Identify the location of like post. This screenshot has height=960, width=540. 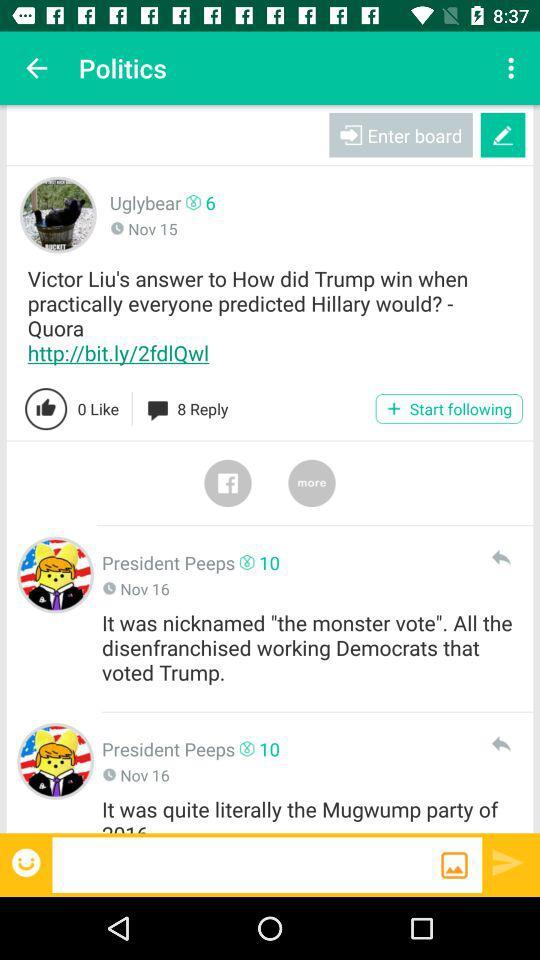
(46, 408).